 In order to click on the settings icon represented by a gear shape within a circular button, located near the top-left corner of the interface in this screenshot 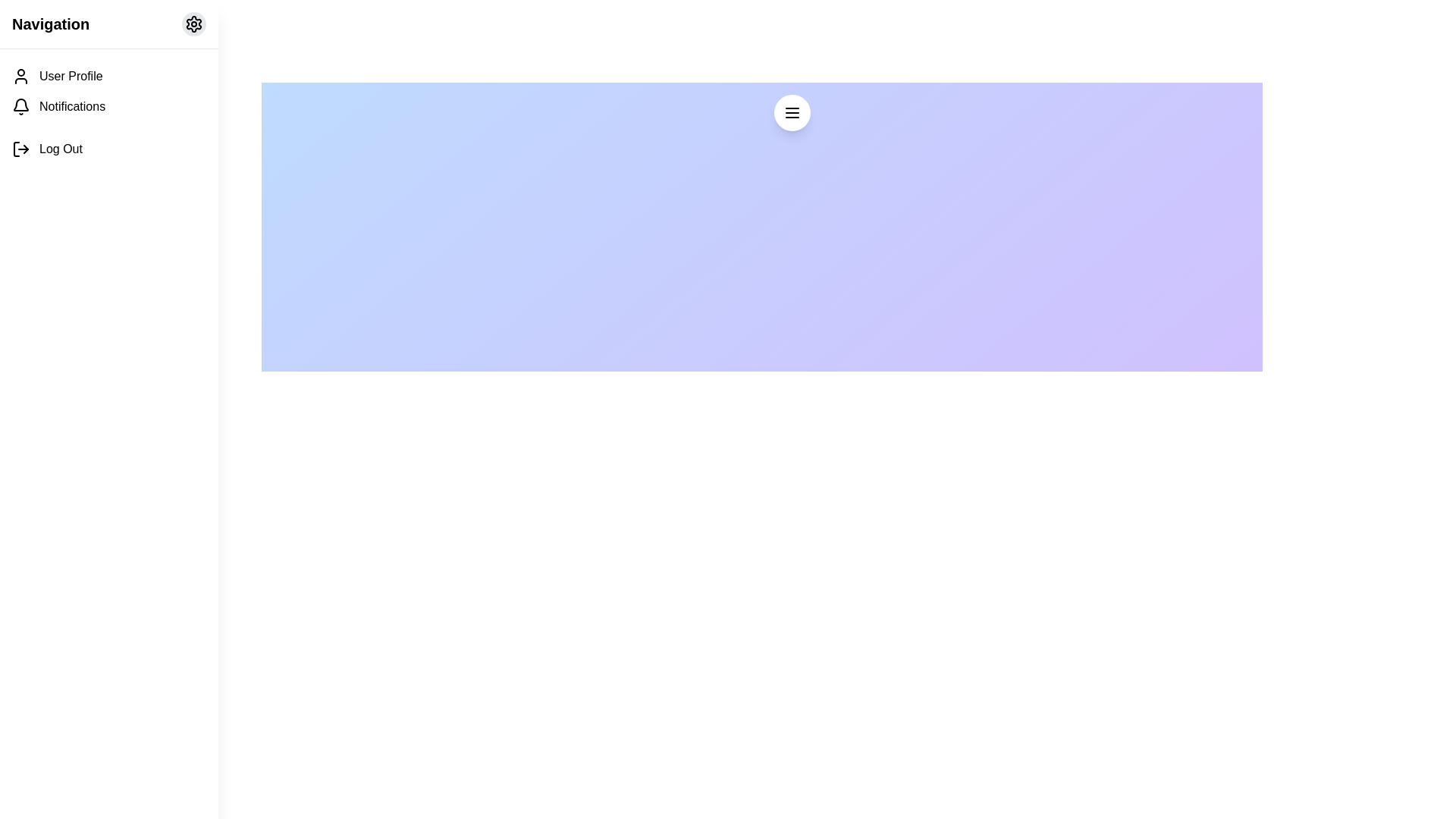, I will do `click(193, 24)`.